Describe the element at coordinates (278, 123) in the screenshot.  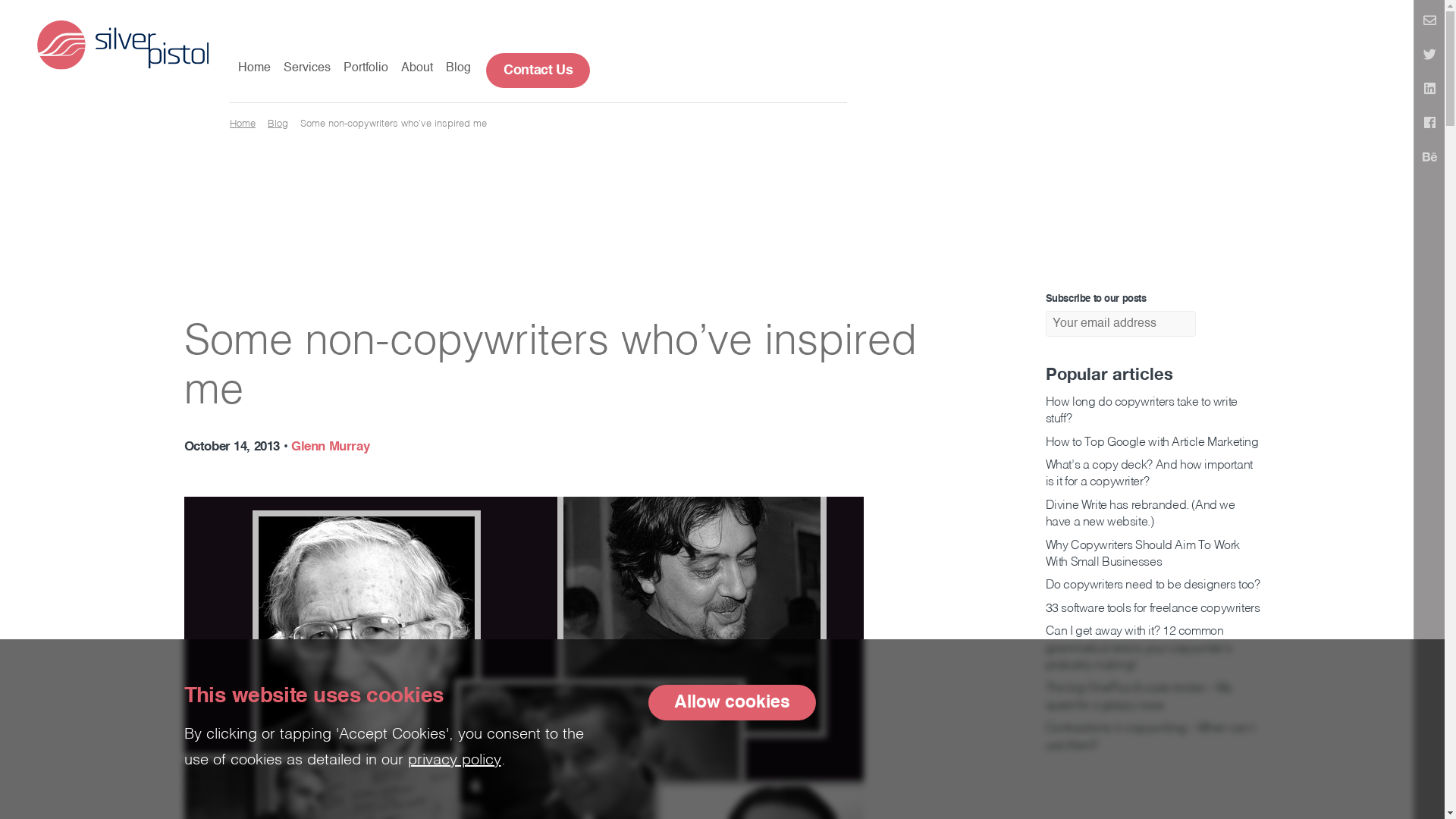
I see `'Blog'` at that location.